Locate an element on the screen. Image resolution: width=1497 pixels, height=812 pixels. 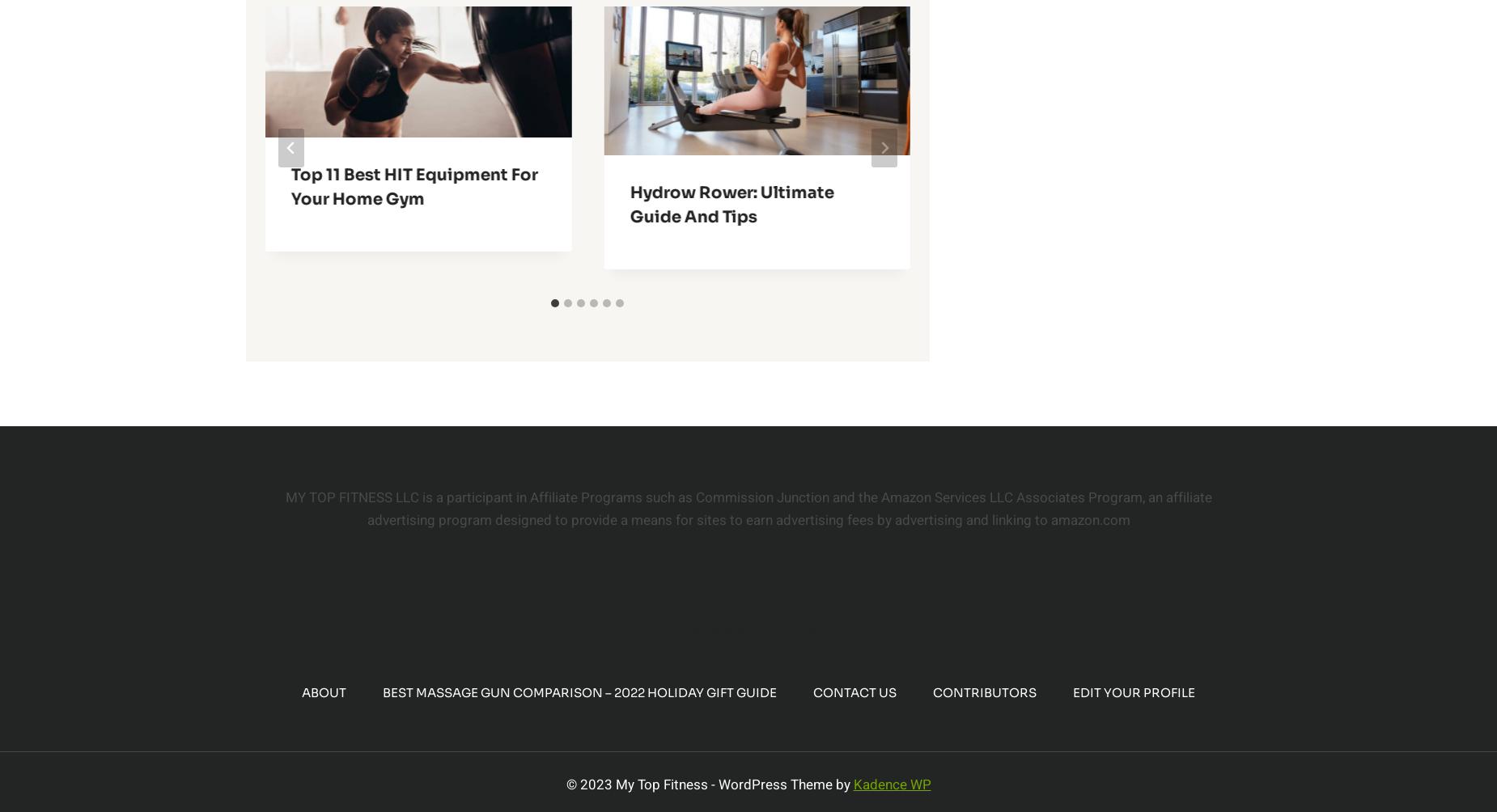
'Best Massage Gun Comparison – 2022 Holiday Gift Guide' is located at coordinates (579, 692).